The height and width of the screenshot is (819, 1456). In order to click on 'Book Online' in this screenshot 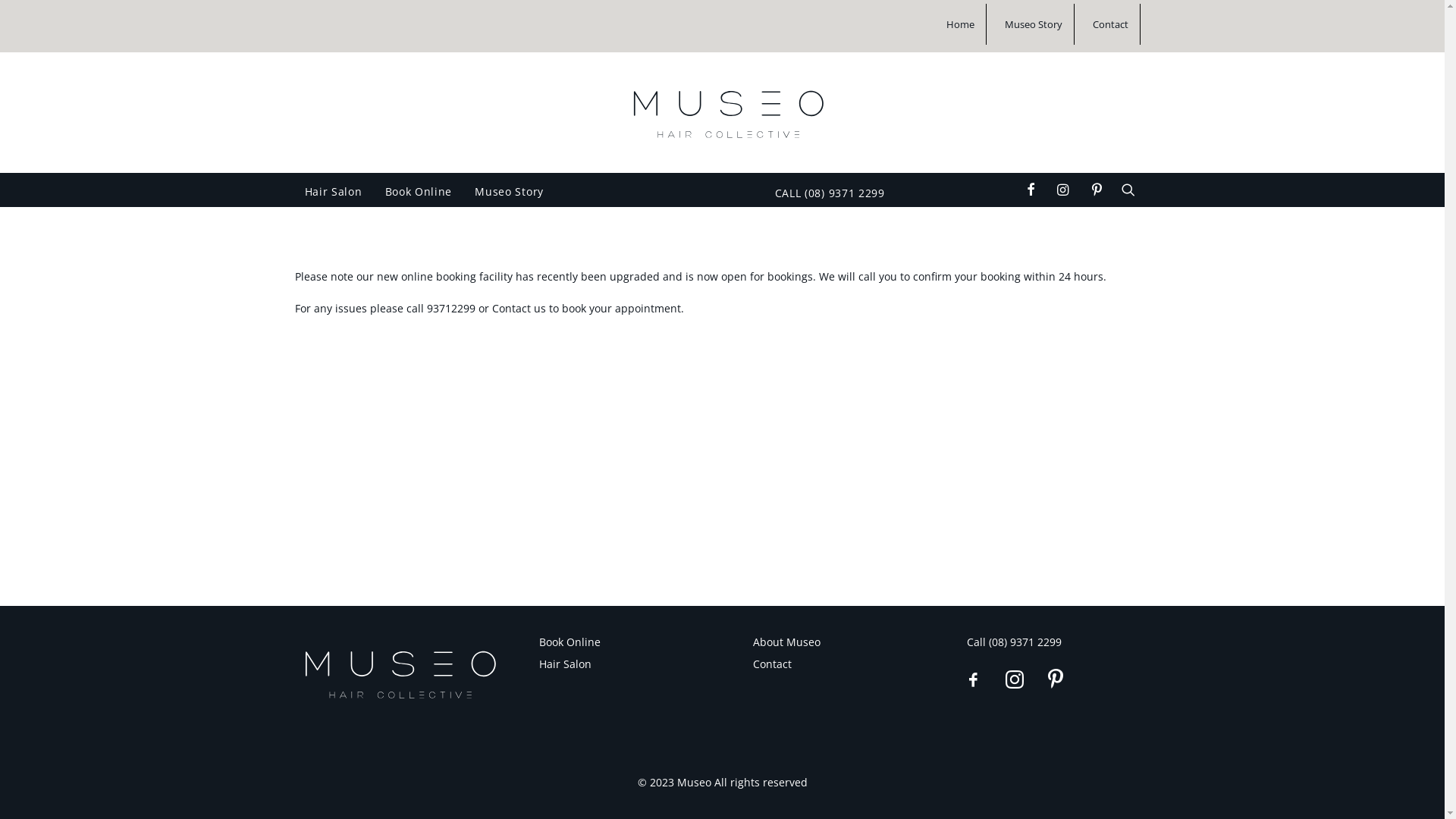, I will do `click(538, 642)`.